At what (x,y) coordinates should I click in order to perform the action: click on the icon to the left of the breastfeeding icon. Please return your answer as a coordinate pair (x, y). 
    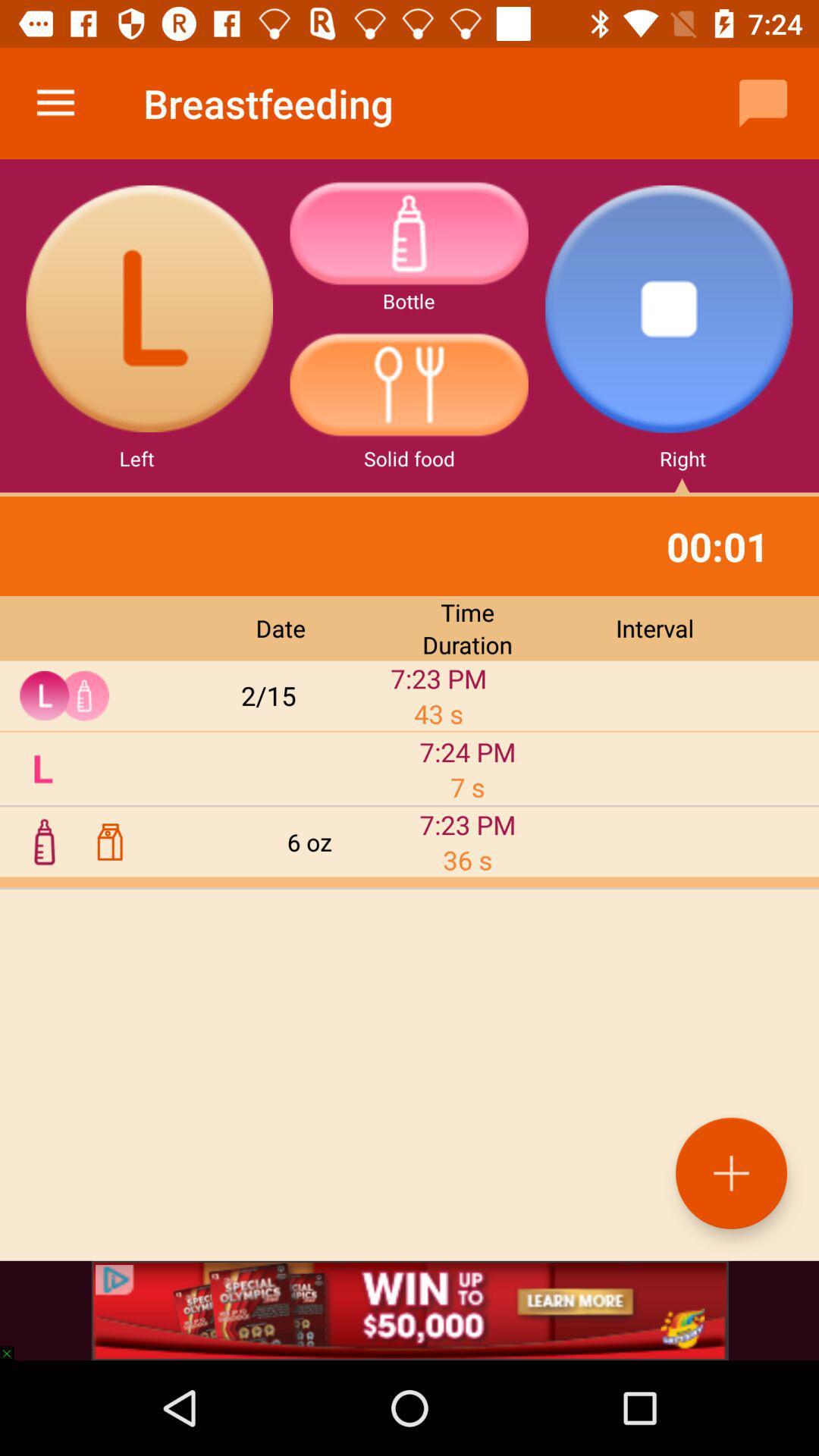
    Looking at the image, I should click on (55, 102).